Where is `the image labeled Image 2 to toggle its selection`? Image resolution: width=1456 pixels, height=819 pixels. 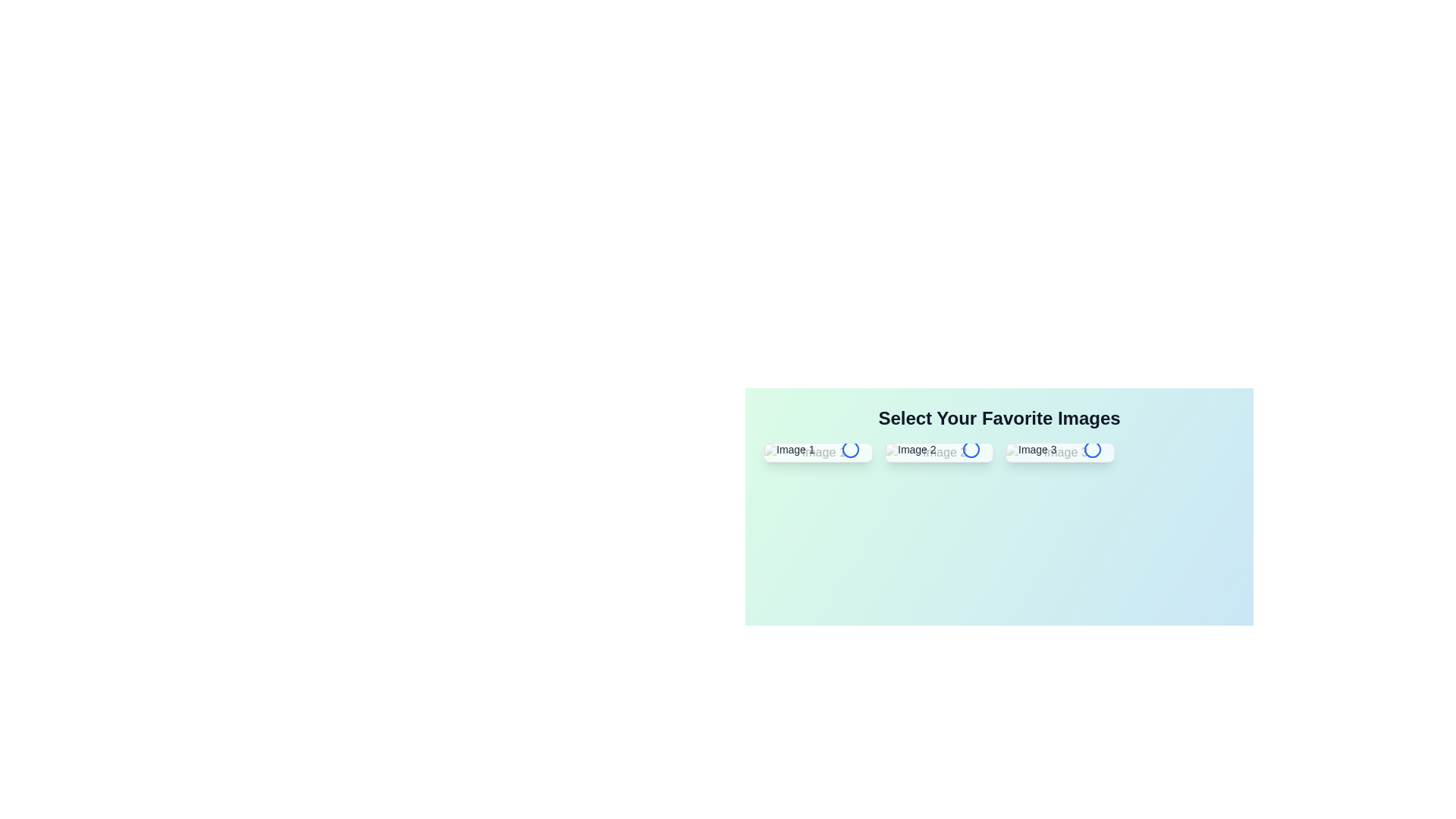 the image labeled Image 2 to toggle its selection is located at coordinates (938, 452).